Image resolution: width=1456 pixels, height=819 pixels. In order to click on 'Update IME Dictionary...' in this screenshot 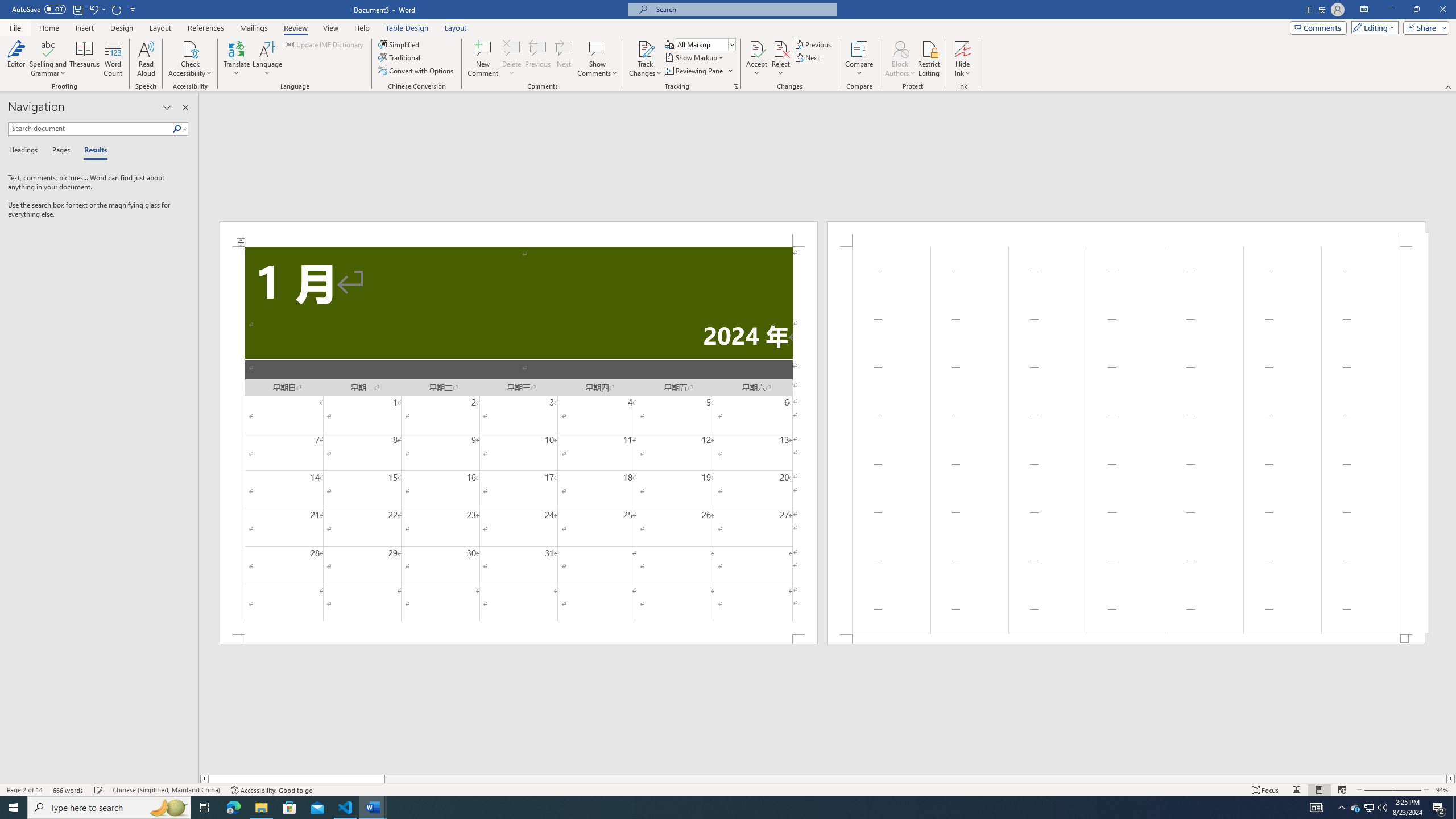, I will do `click(325, 44)`.